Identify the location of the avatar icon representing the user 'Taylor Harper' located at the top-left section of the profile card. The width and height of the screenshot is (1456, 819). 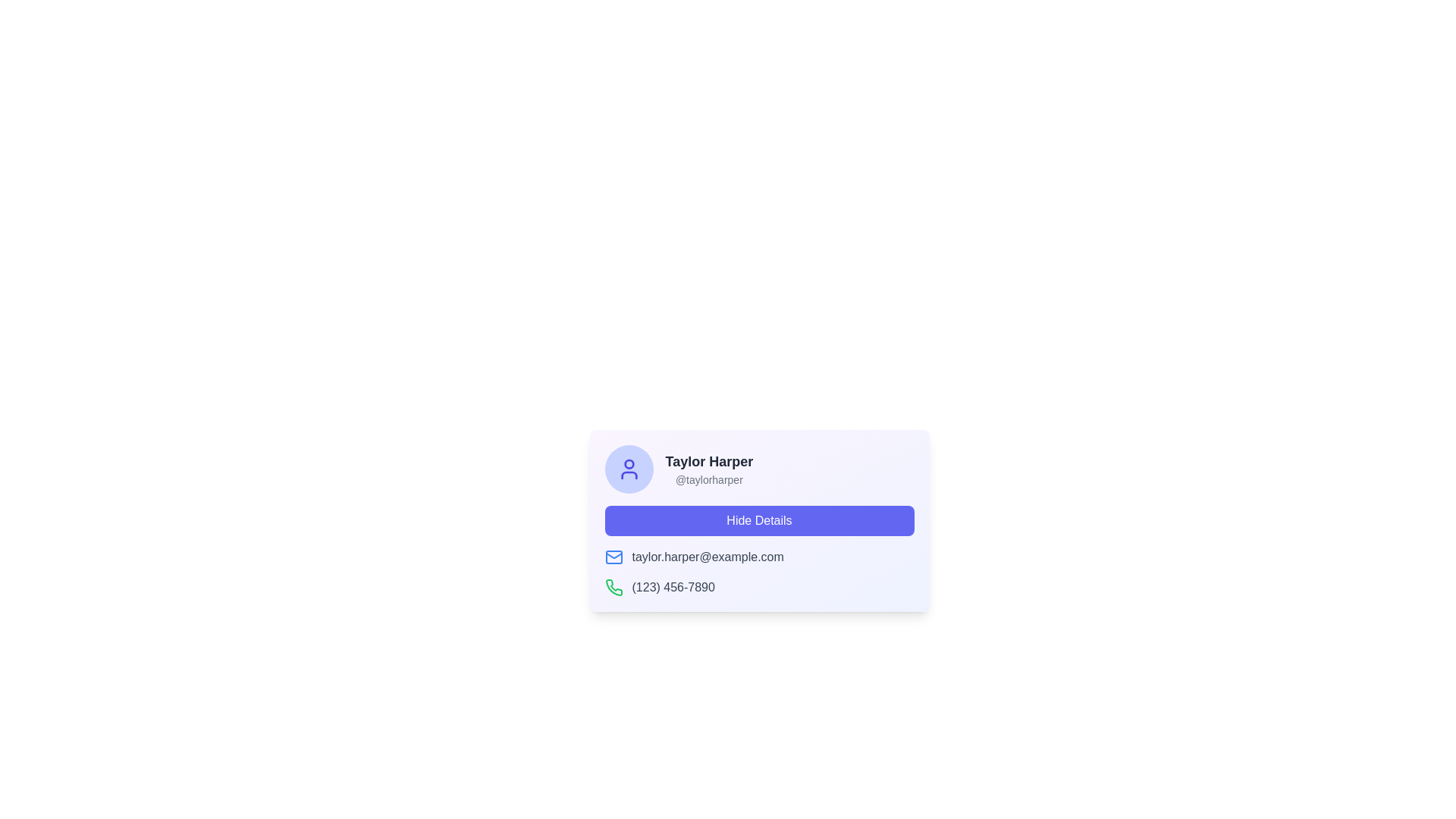
(629, 468).